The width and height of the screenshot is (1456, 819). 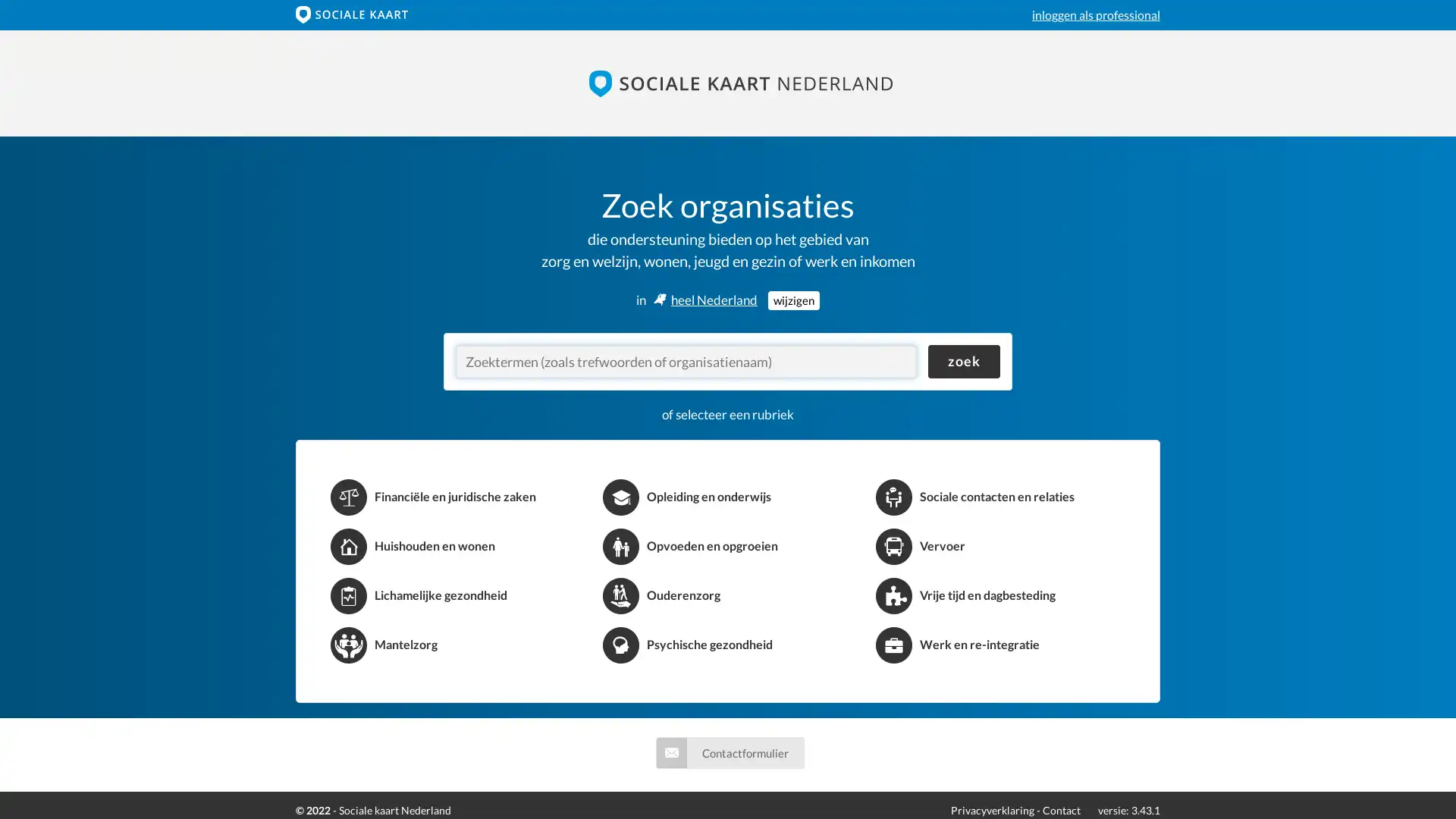 What do you see at coordinates (792, 300) in the screenshot?
I see `wijzigen` at bounding box center [792, 300].